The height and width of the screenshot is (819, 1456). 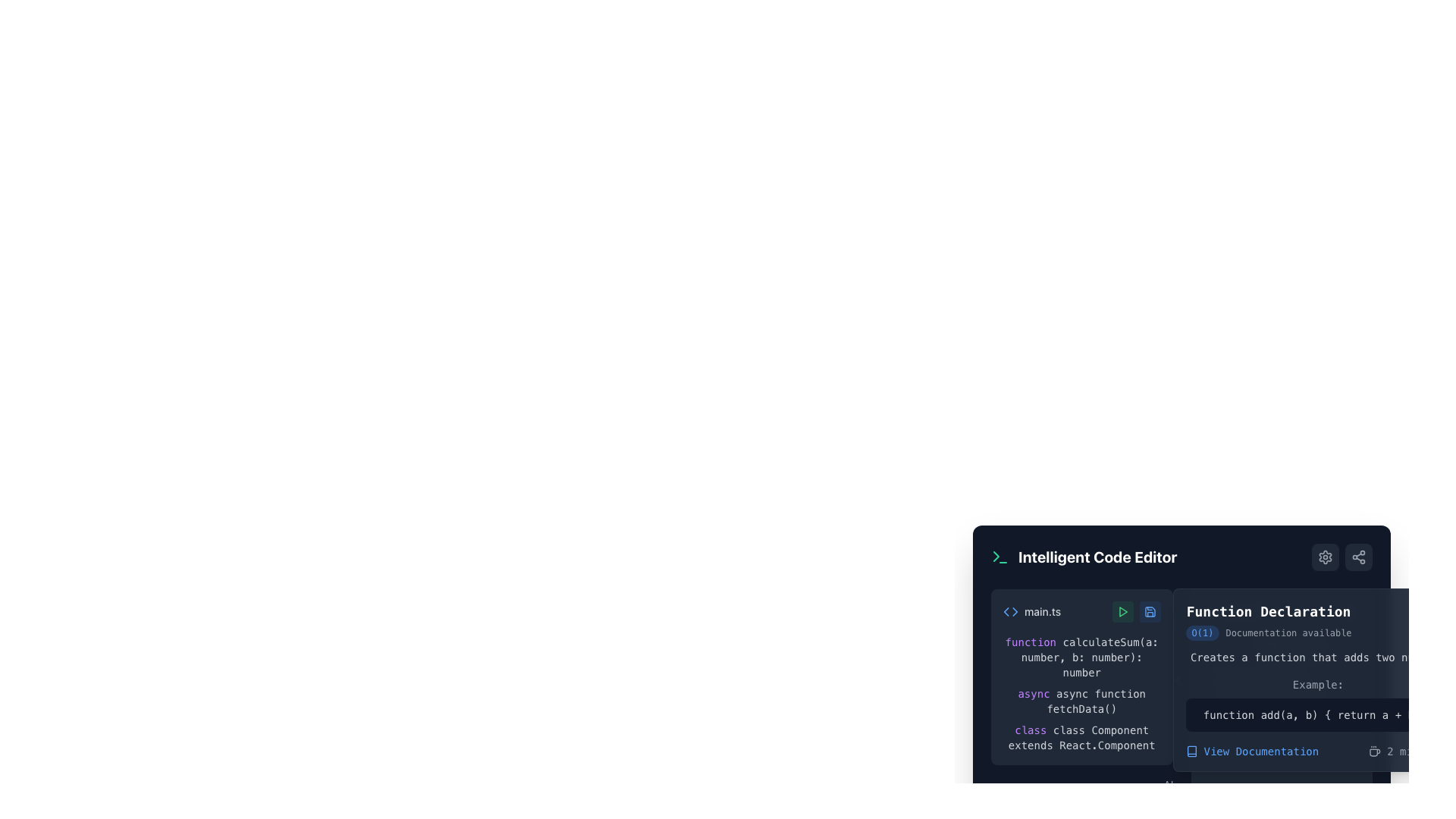 I want to click on the line of code displaying the function declaration 'calculateSum' in the main code view area, so click(x=1081, y=657).